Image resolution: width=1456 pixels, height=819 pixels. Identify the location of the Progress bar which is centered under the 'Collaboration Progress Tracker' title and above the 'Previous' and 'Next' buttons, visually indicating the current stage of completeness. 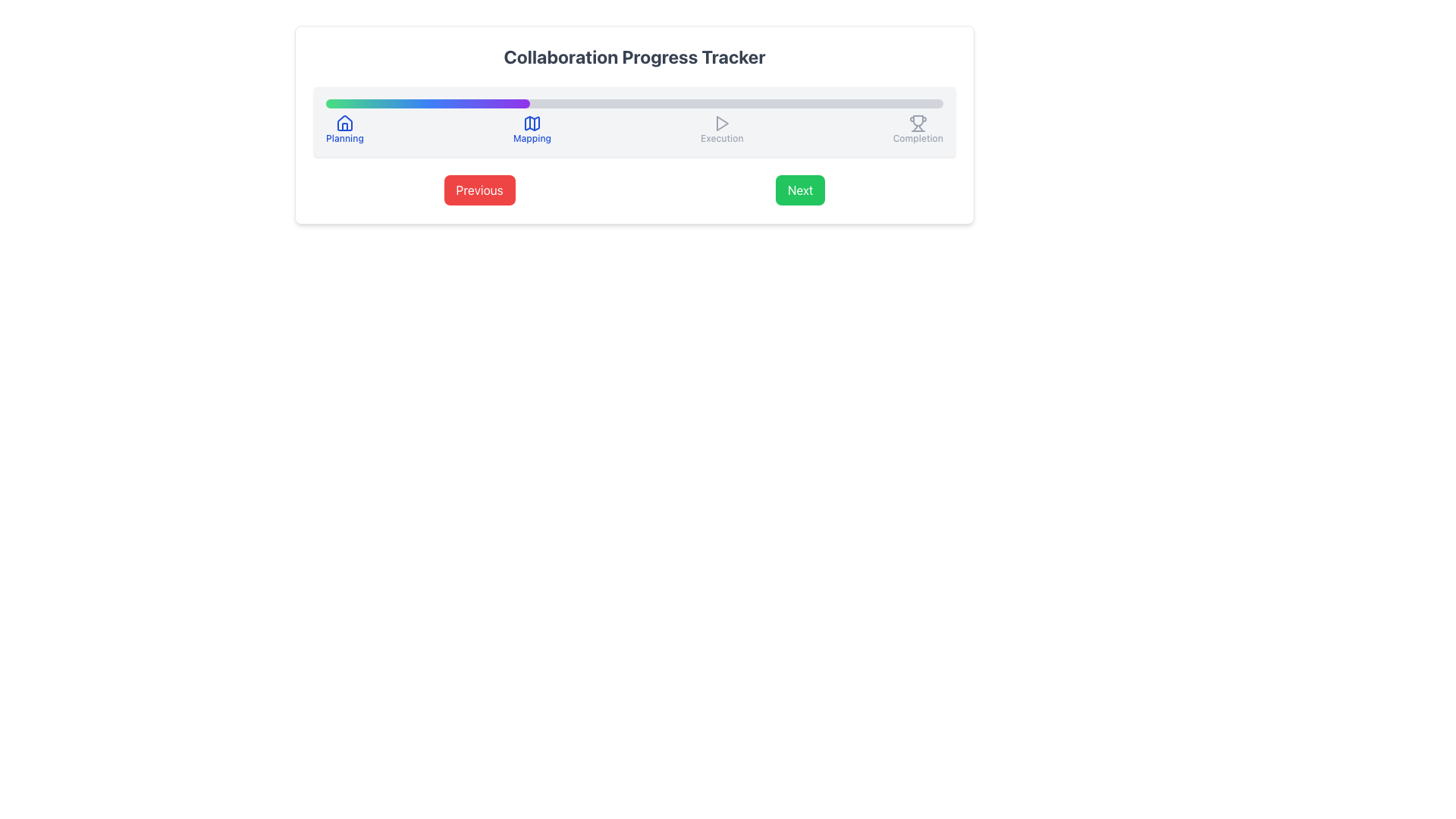
(634, 103).